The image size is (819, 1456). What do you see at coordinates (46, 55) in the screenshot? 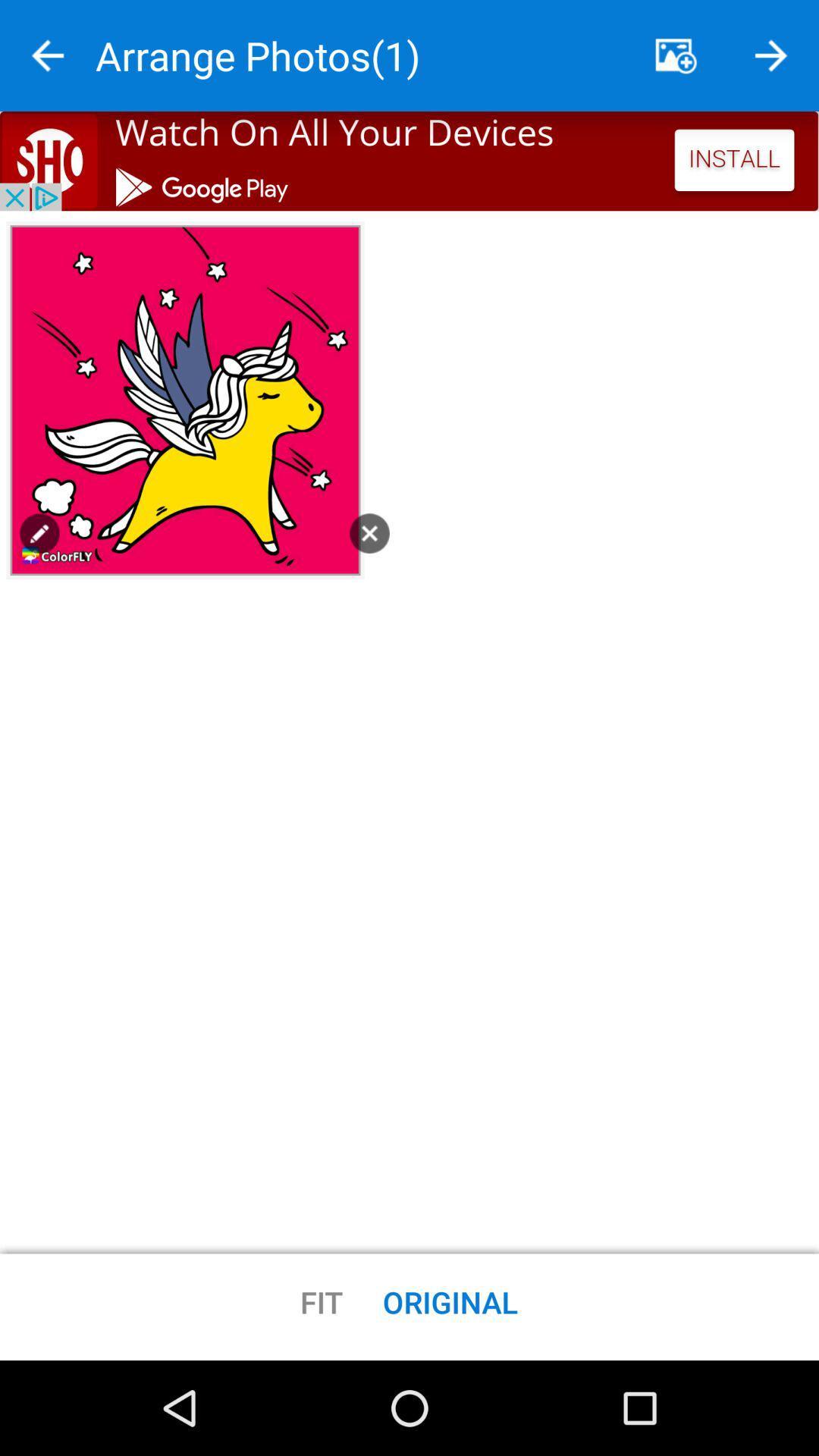
I see `go back` at bounding box center [46, 55].